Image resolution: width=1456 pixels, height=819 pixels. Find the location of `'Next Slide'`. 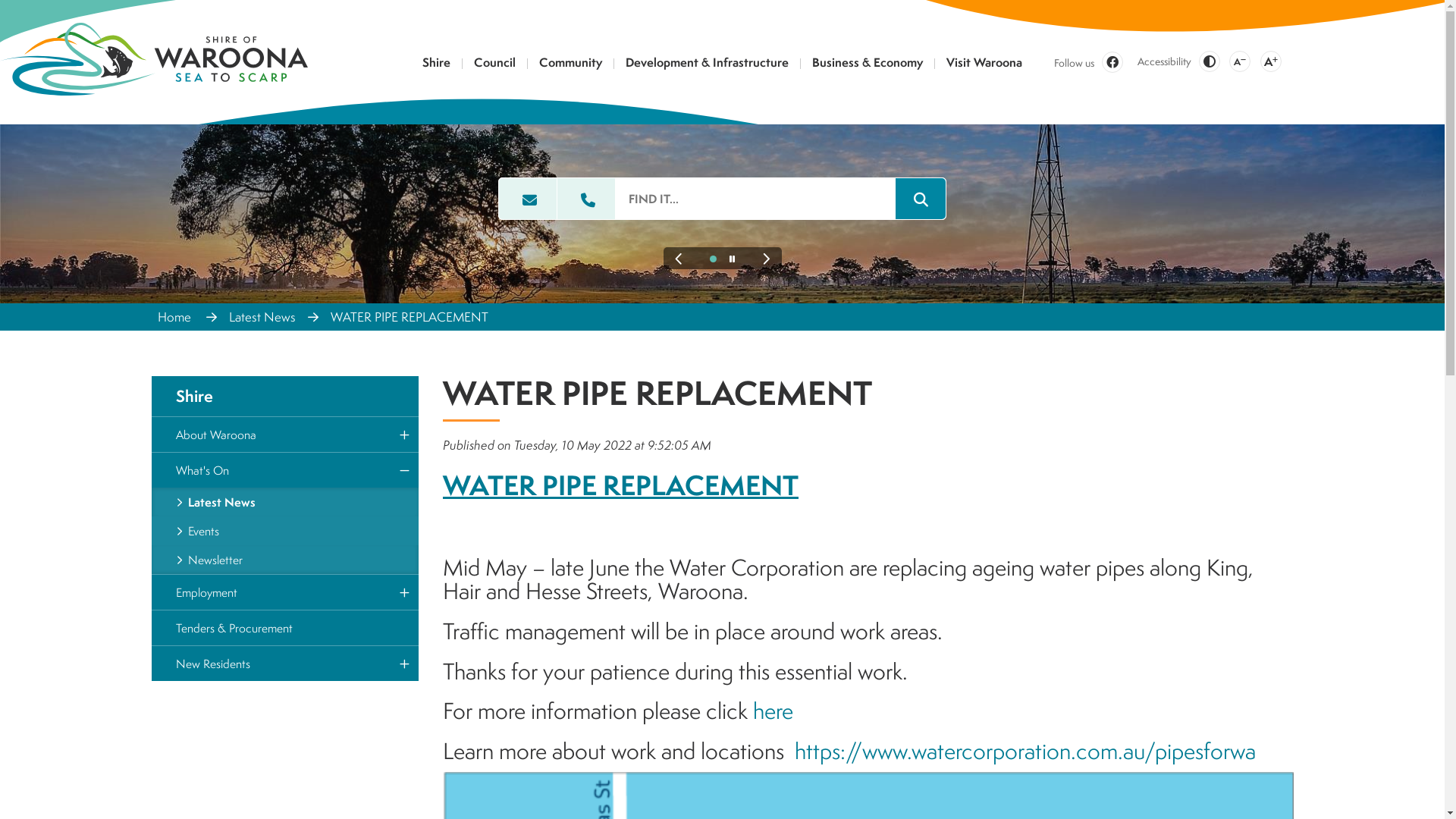

'Next Slide' is located at coordinates (766, 259).